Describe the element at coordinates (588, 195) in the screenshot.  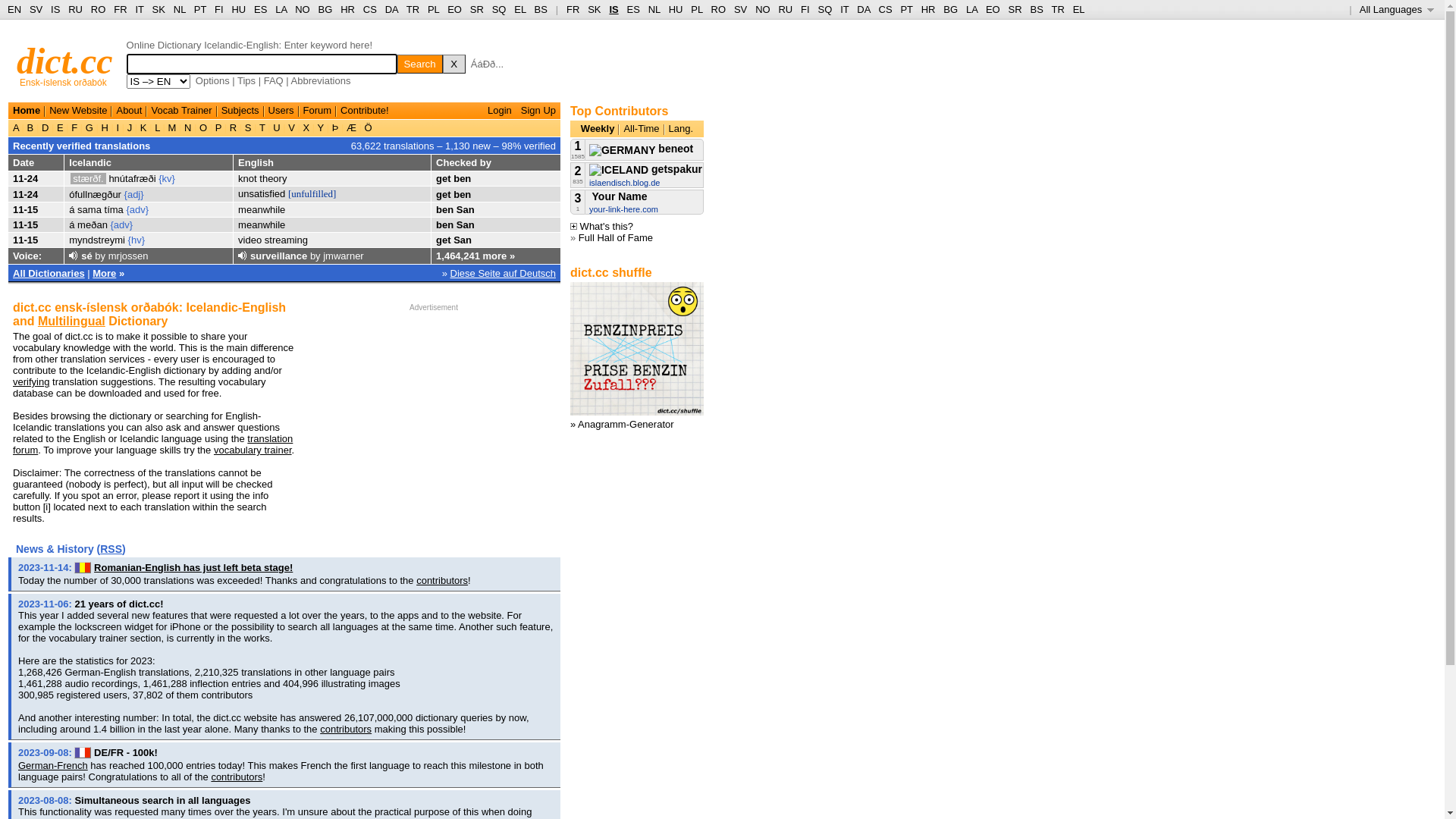
I see `'Your Name'` at that location.